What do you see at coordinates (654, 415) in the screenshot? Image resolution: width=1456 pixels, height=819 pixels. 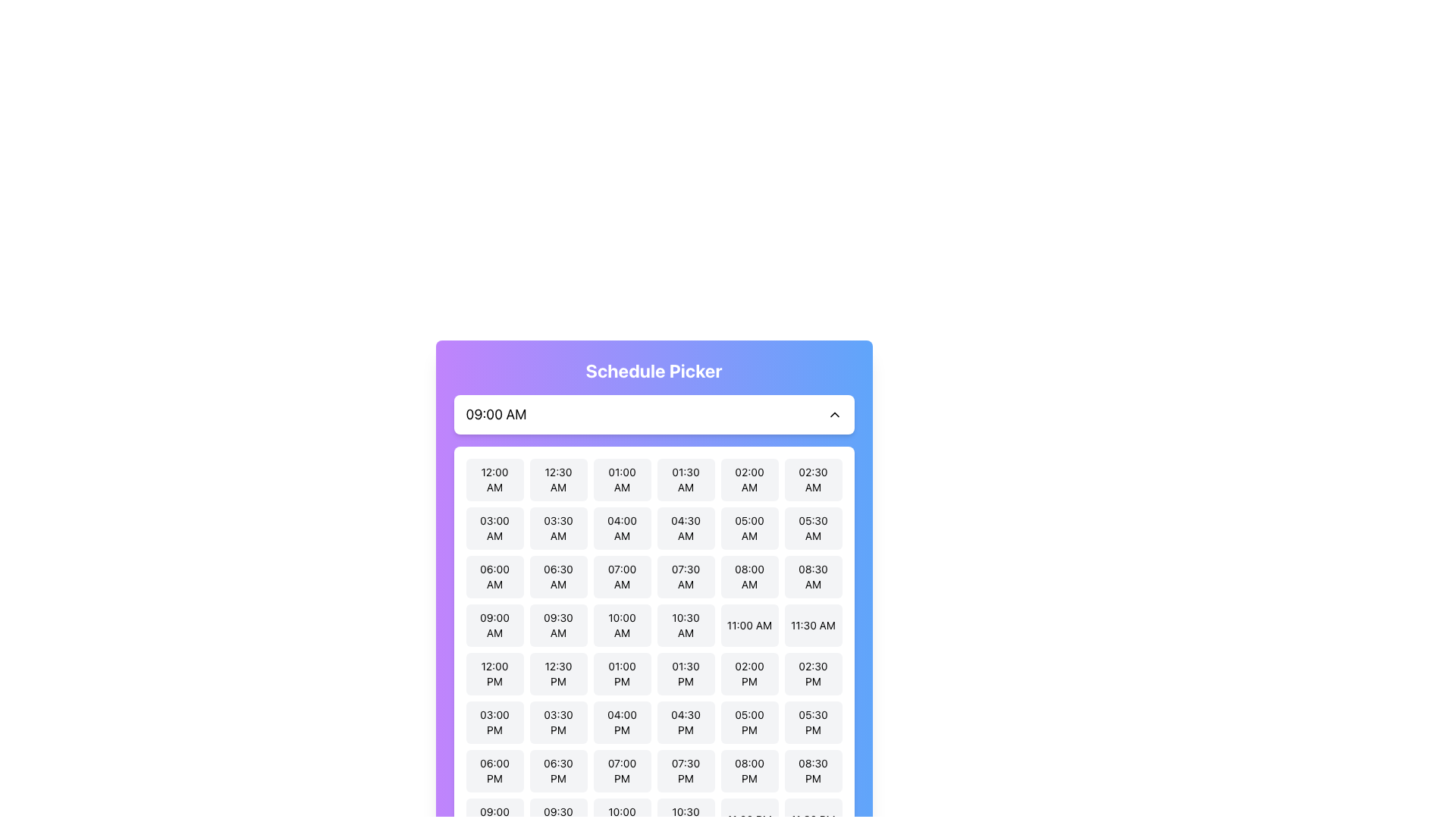 I see `the Dropdown button located below the 'Schedule Picker' heading` at bounding box center [654, 415].